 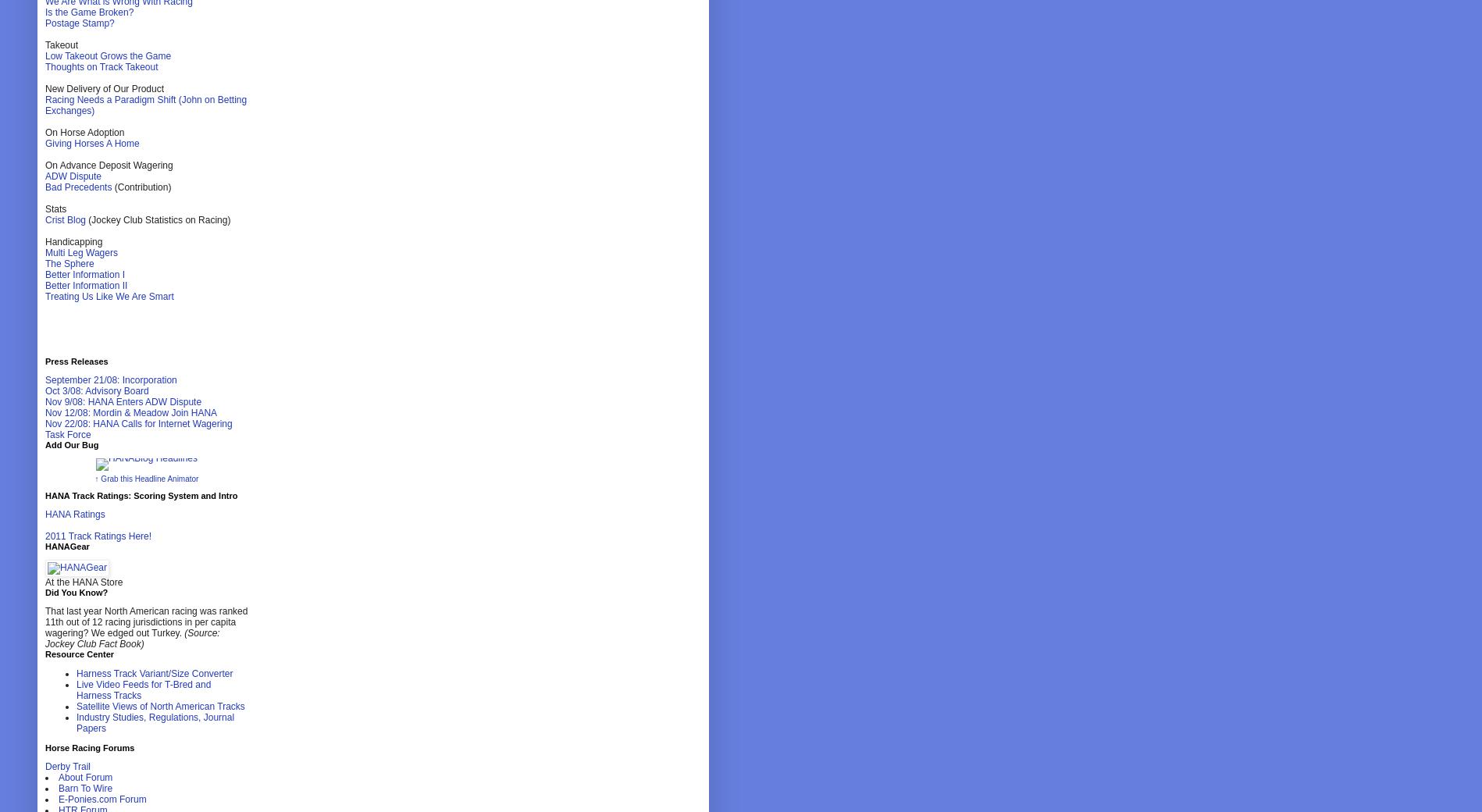 What do you see at coordinates (102, 799) in the screenshot?
I see `'E-Ponies.com Forum'` at bounding box center [102, 799].